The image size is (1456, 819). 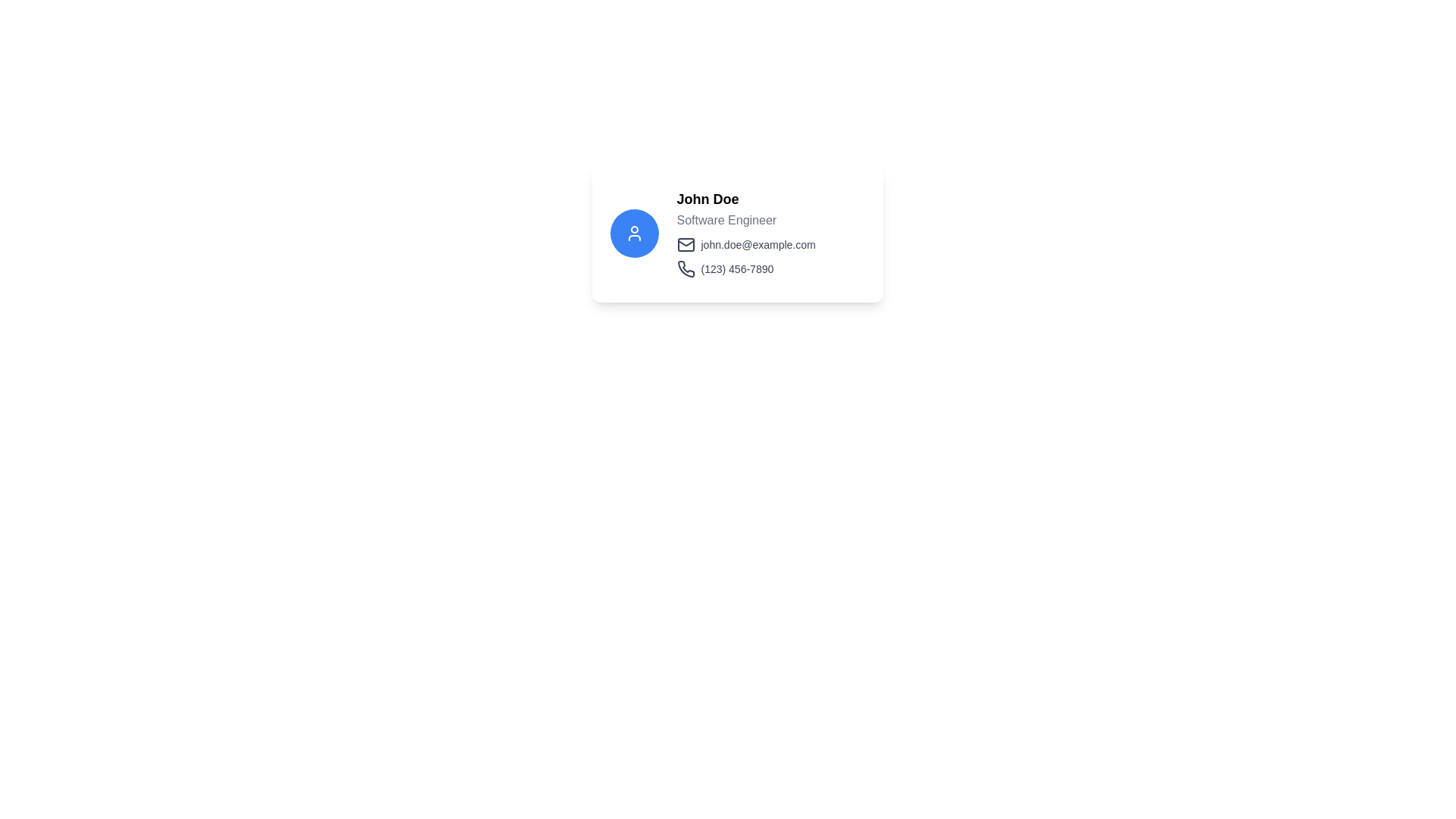 What do you see at coordinates (685, 244) in the screenshot?
I see `the envelope icon, which is a rectangular icon with rounded corners, located within the contact details section, adjacent to the email address 'john.doe@example.com'` at bounding box center [685, 244].